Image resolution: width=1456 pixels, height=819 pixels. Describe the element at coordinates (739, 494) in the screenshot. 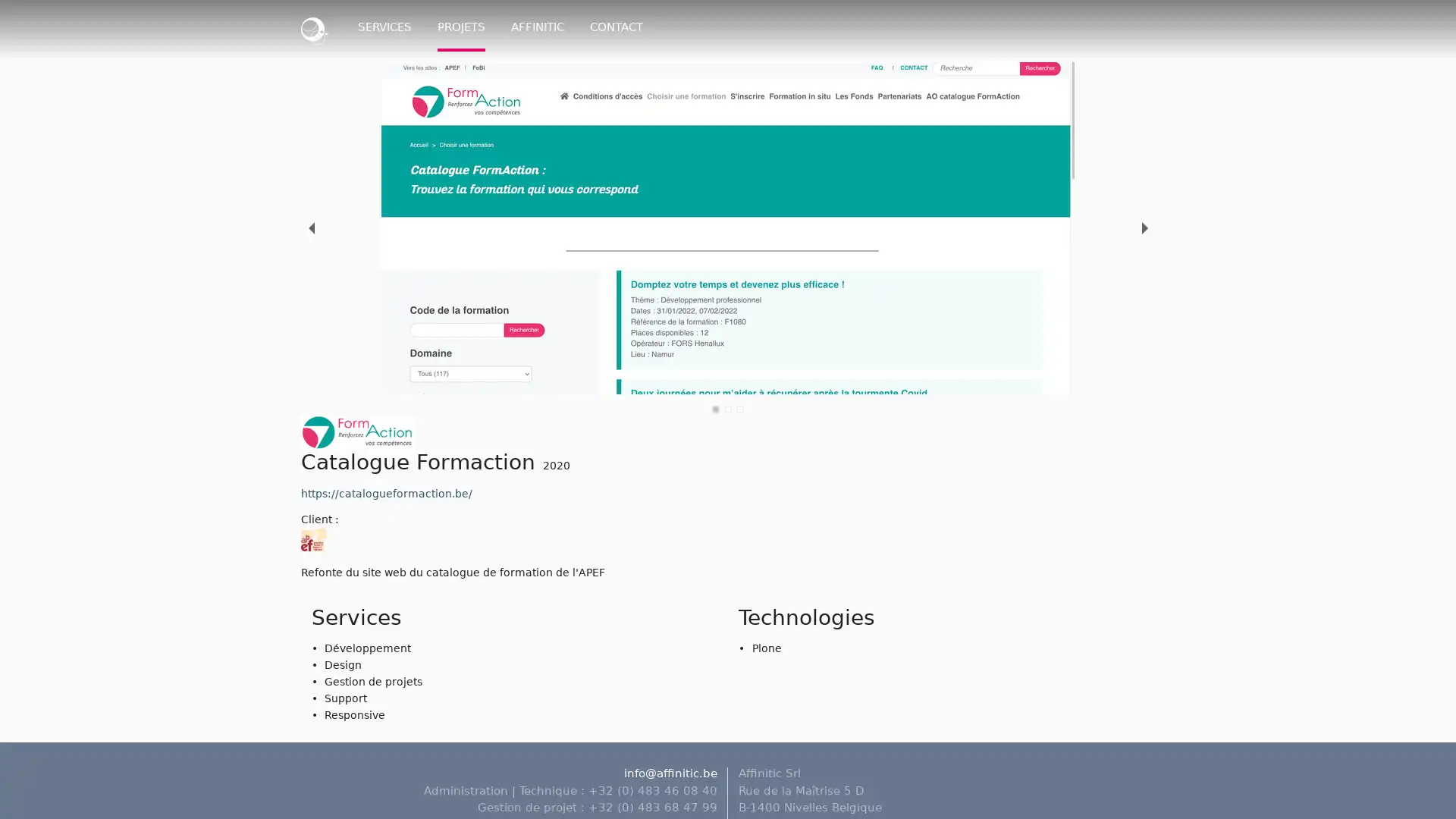

I see `slide item 3` at that location.